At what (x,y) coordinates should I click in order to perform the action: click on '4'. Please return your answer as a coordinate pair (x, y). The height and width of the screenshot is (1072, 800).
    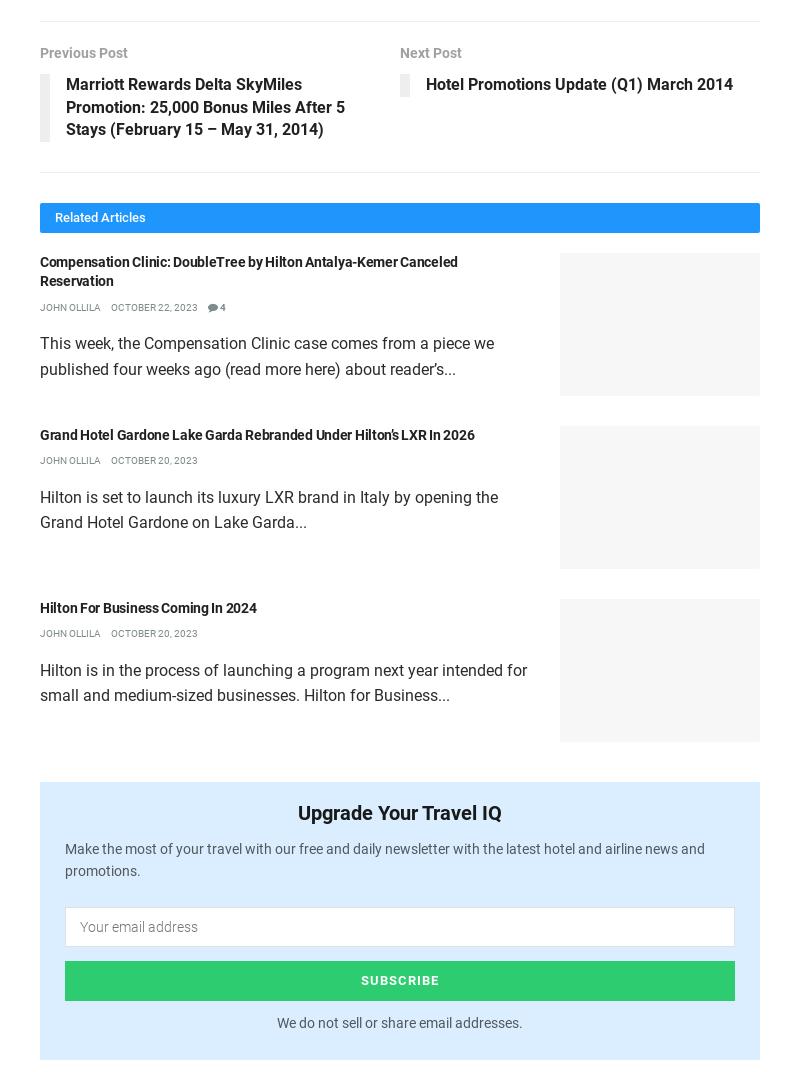
    Looking at the image, I should click on (222, 305).